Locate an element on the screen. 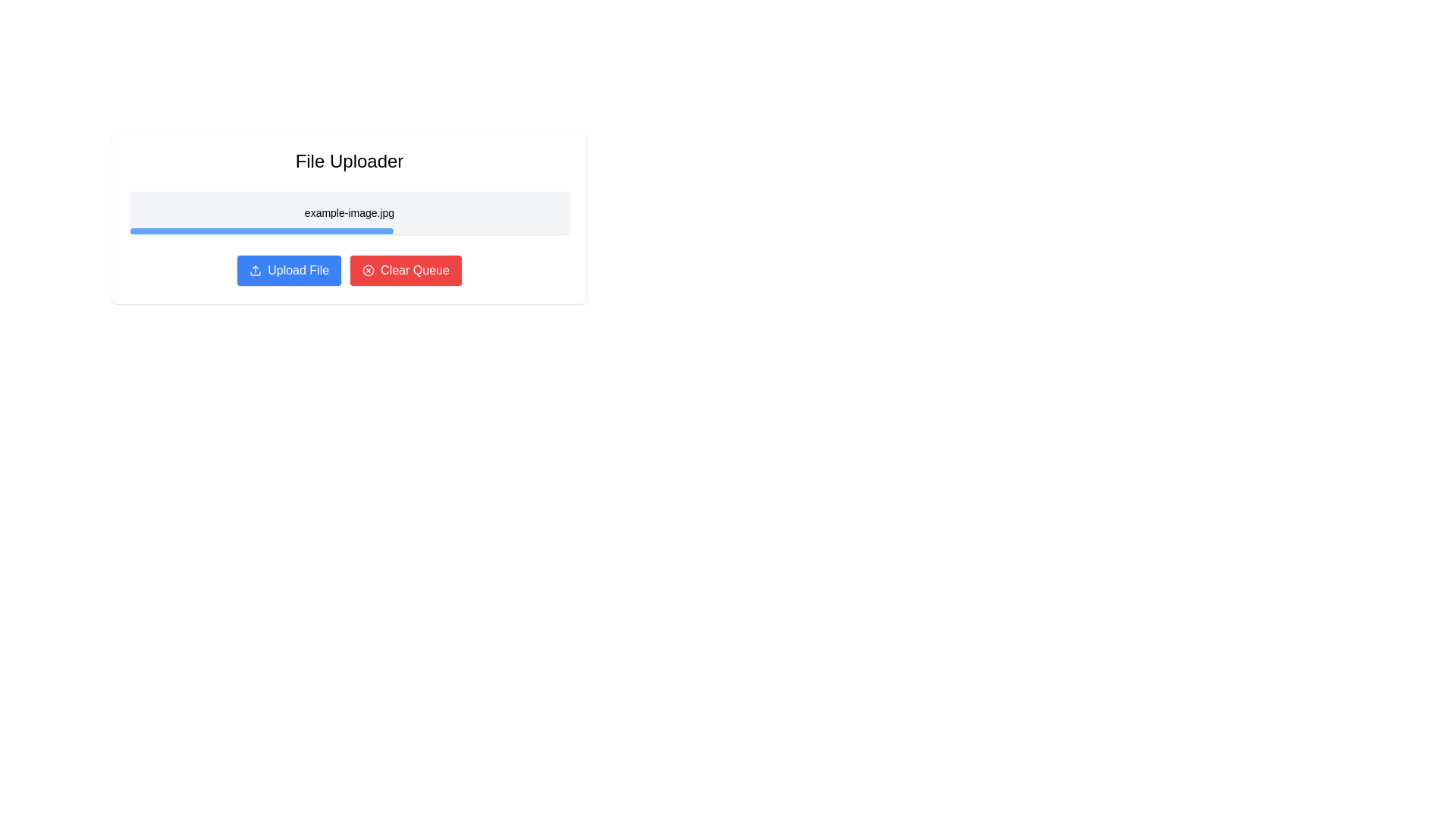 This screenshot has height=819, width=1456. the heading text 'File Uploader' which is prominently displayed at the top center of the uploader interface is located at coordinates (348, 161).